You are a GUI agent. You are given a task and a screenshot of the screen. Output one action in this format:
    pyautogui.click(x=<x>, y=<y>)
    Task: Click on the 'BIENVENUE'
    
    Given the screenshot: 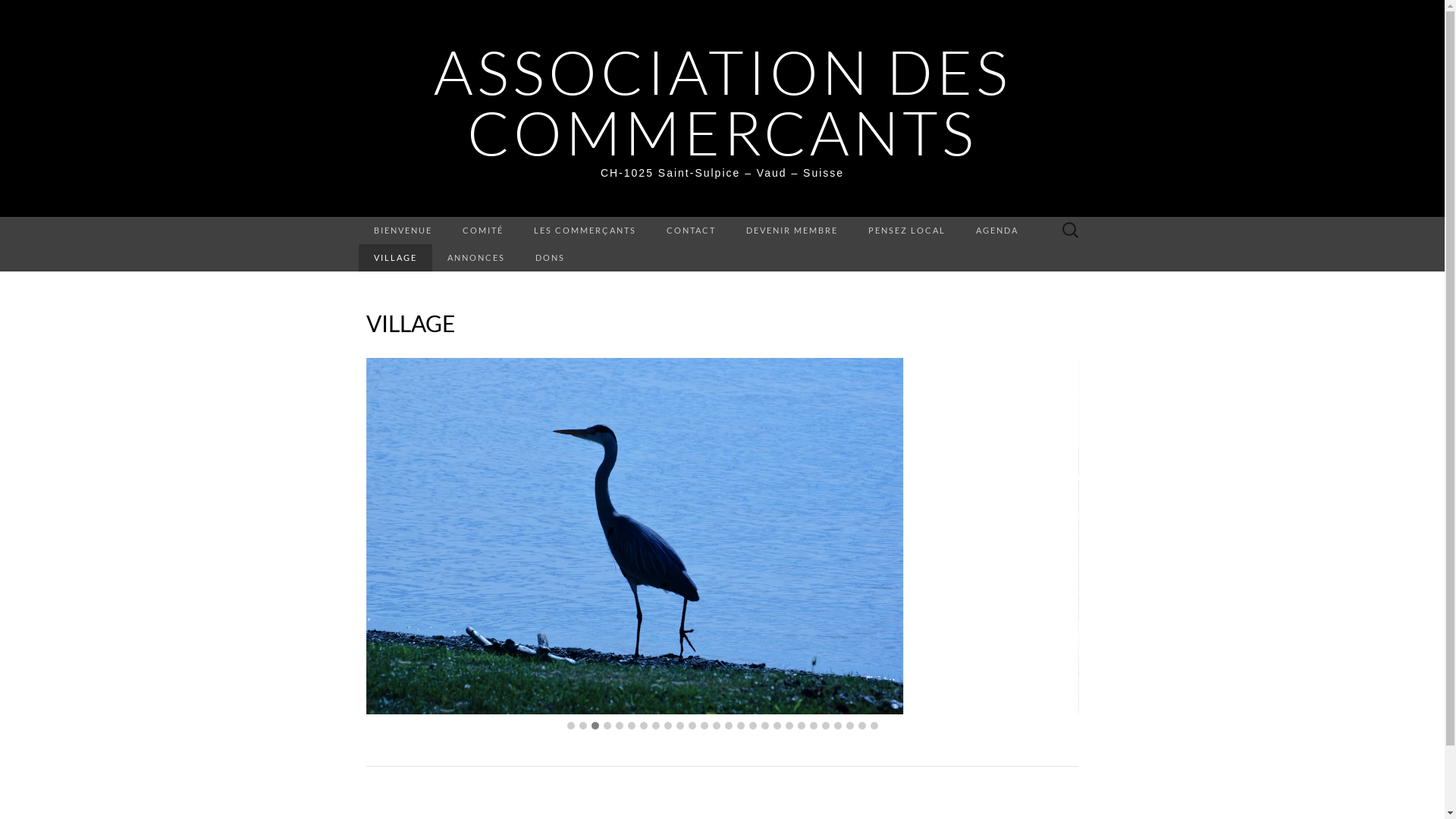 What is the action you would take?
    pyautogui.click(x=356, y=231)
    